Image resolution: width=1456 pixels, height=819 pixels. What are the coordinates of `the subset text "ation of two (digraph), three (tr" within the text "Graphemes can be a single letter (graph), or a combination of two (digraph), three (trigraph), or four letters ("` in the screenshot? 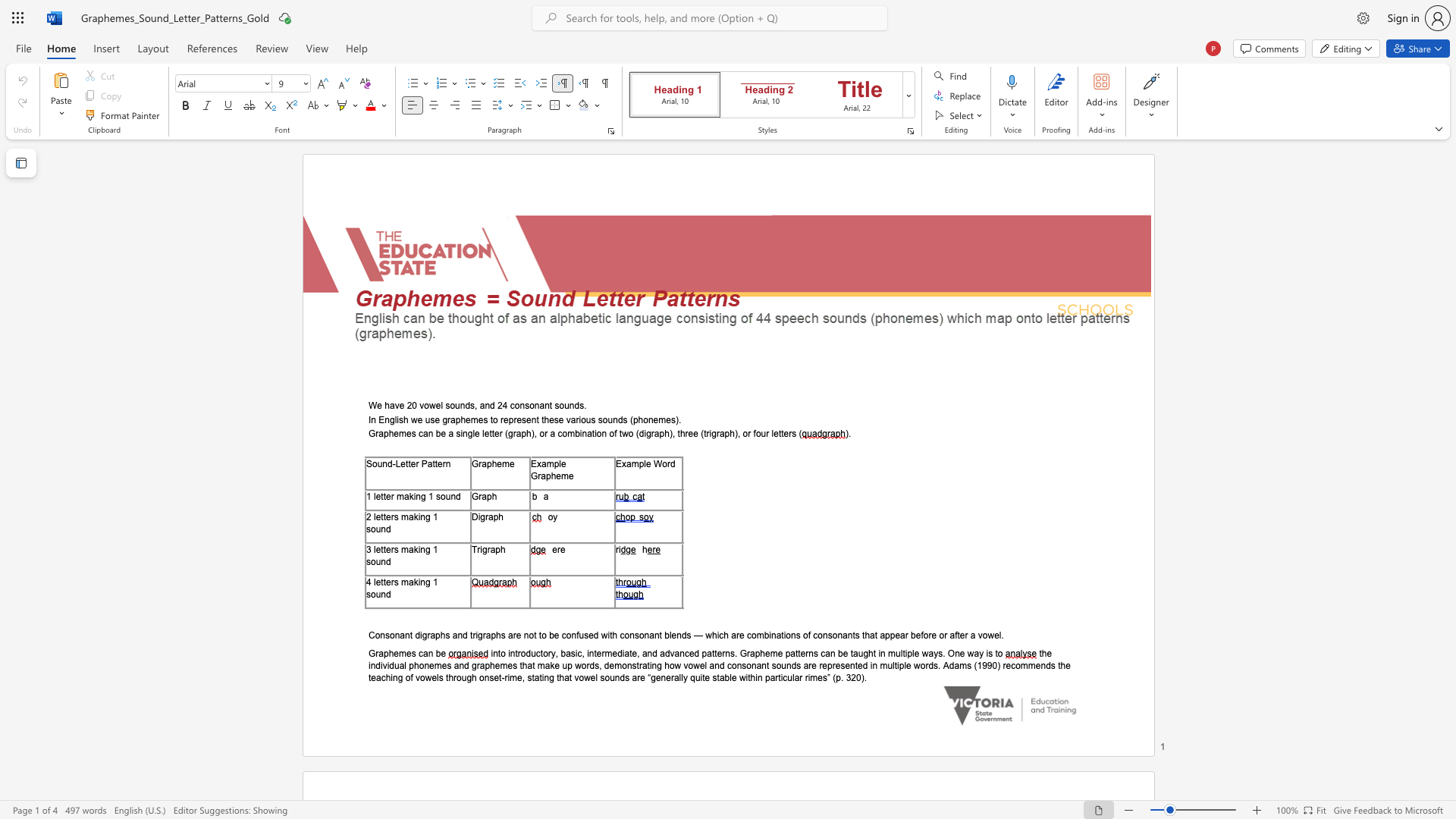 It's located at (586, 434).